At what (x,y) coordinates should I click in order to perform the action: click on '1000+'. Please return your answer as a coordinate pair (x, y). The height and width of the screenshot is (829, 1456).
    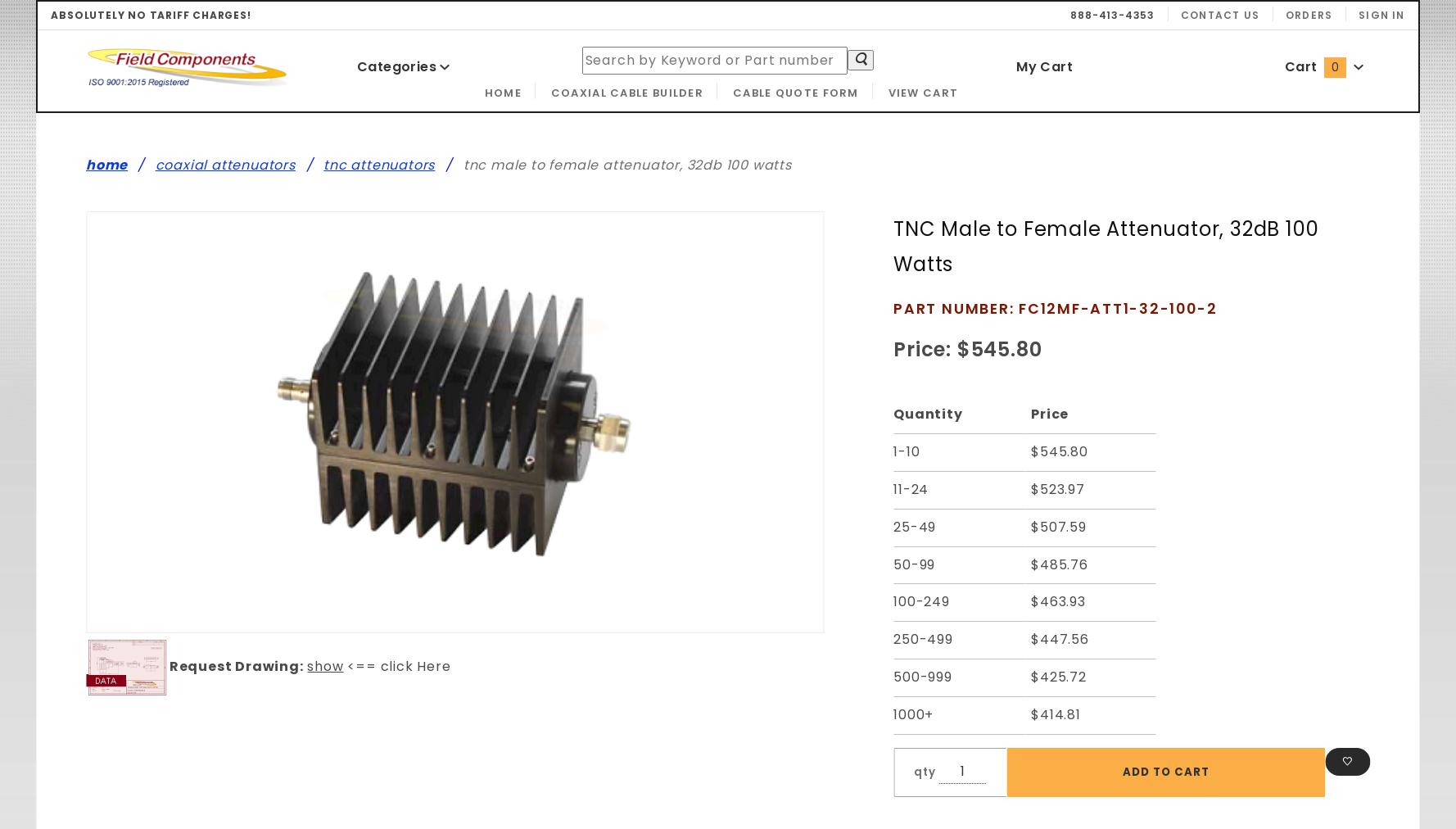
    Looking at the image, I should click on (892, 713).